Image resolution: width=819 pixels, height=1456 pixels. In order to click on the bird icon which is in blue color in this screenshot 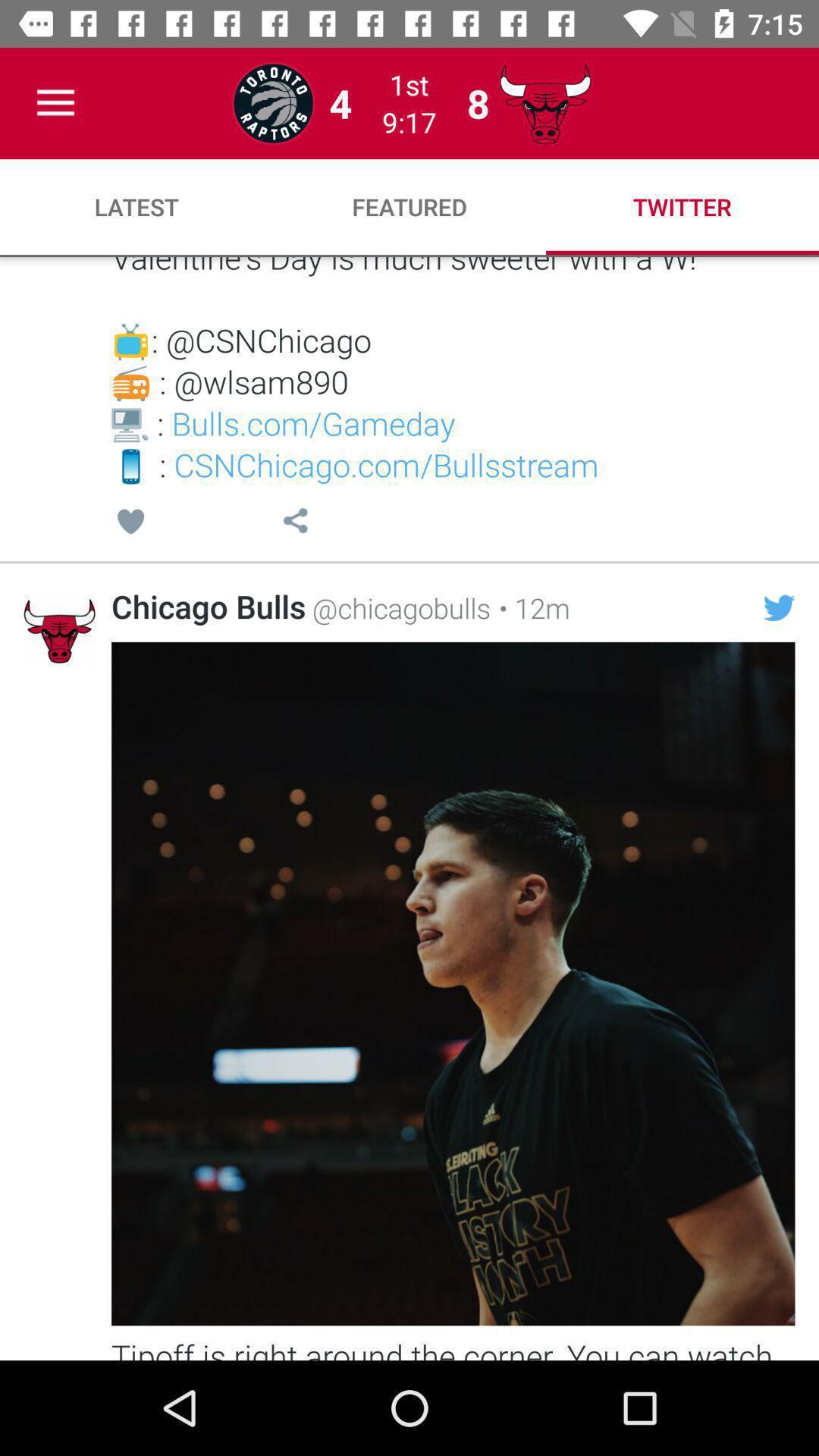, I will do `click(780, 607)`.